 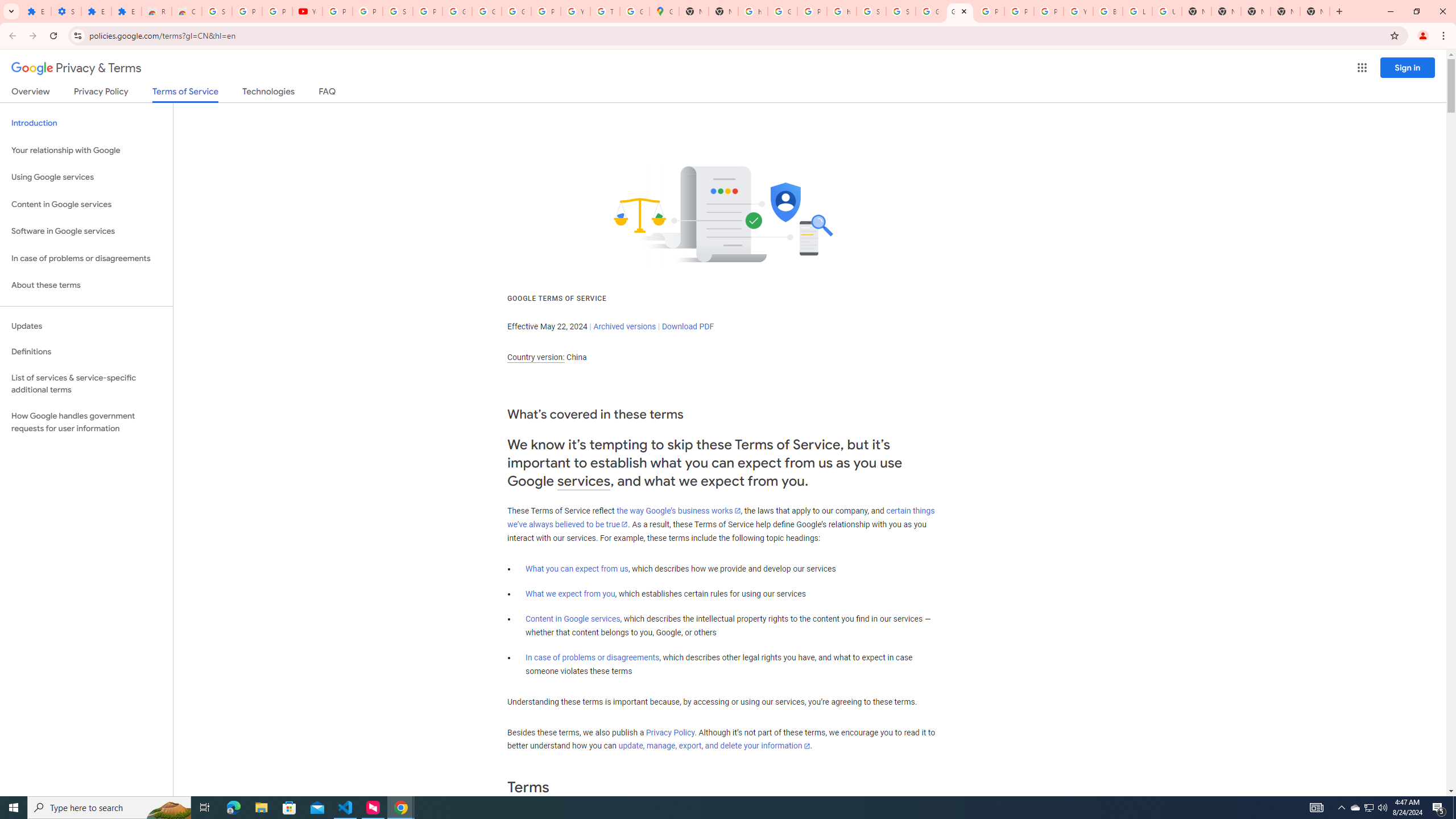 What do you see at coordinates (1256, 11) in the screenshot?
I see `'New Tab'` at bounding box center [1256, 11].